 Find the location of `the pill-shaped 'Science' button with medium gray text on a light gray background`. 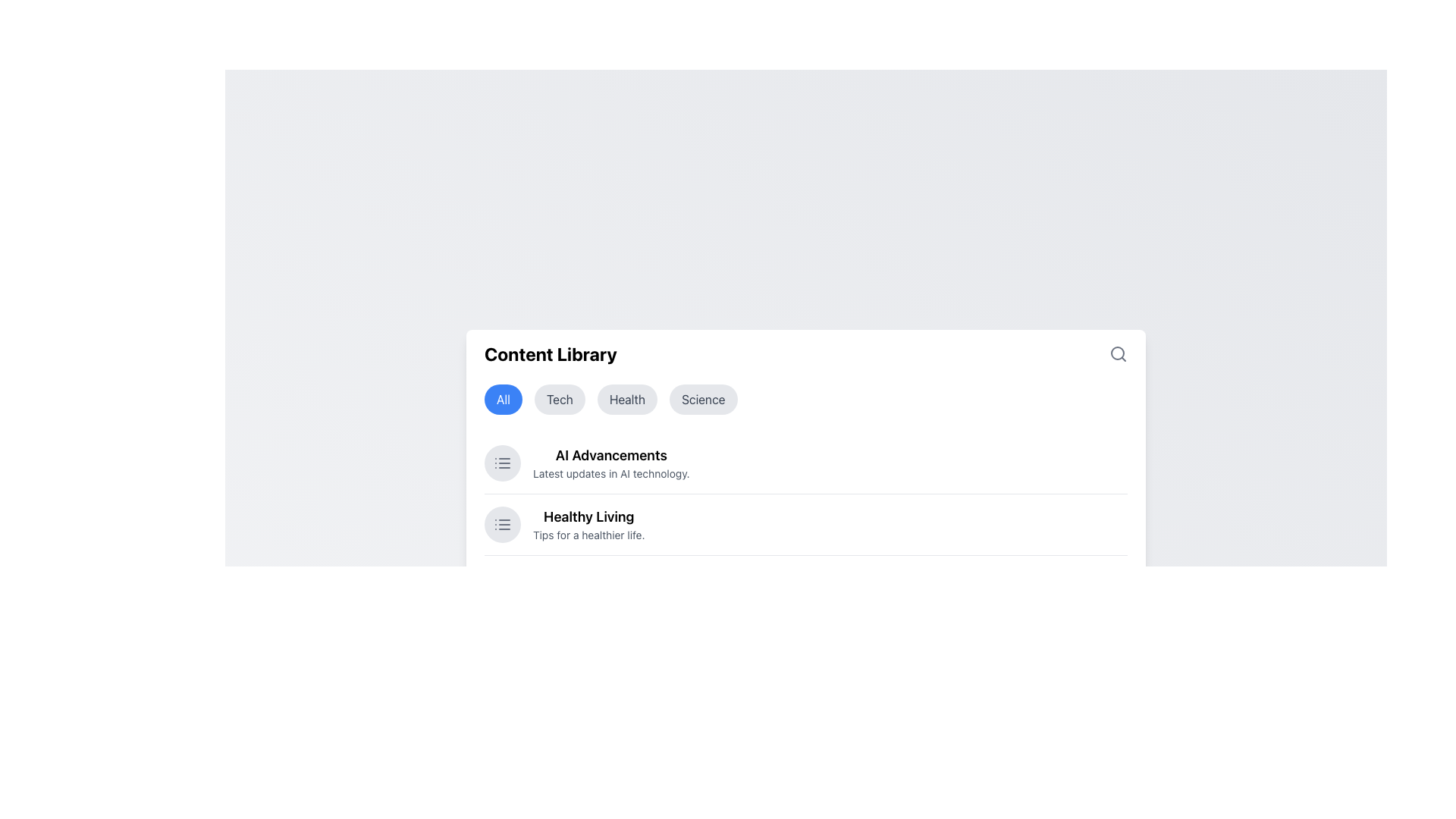

the pill-shaped 'Science' button with medium gray text on a light gray background is located at coordinates (702, 399).